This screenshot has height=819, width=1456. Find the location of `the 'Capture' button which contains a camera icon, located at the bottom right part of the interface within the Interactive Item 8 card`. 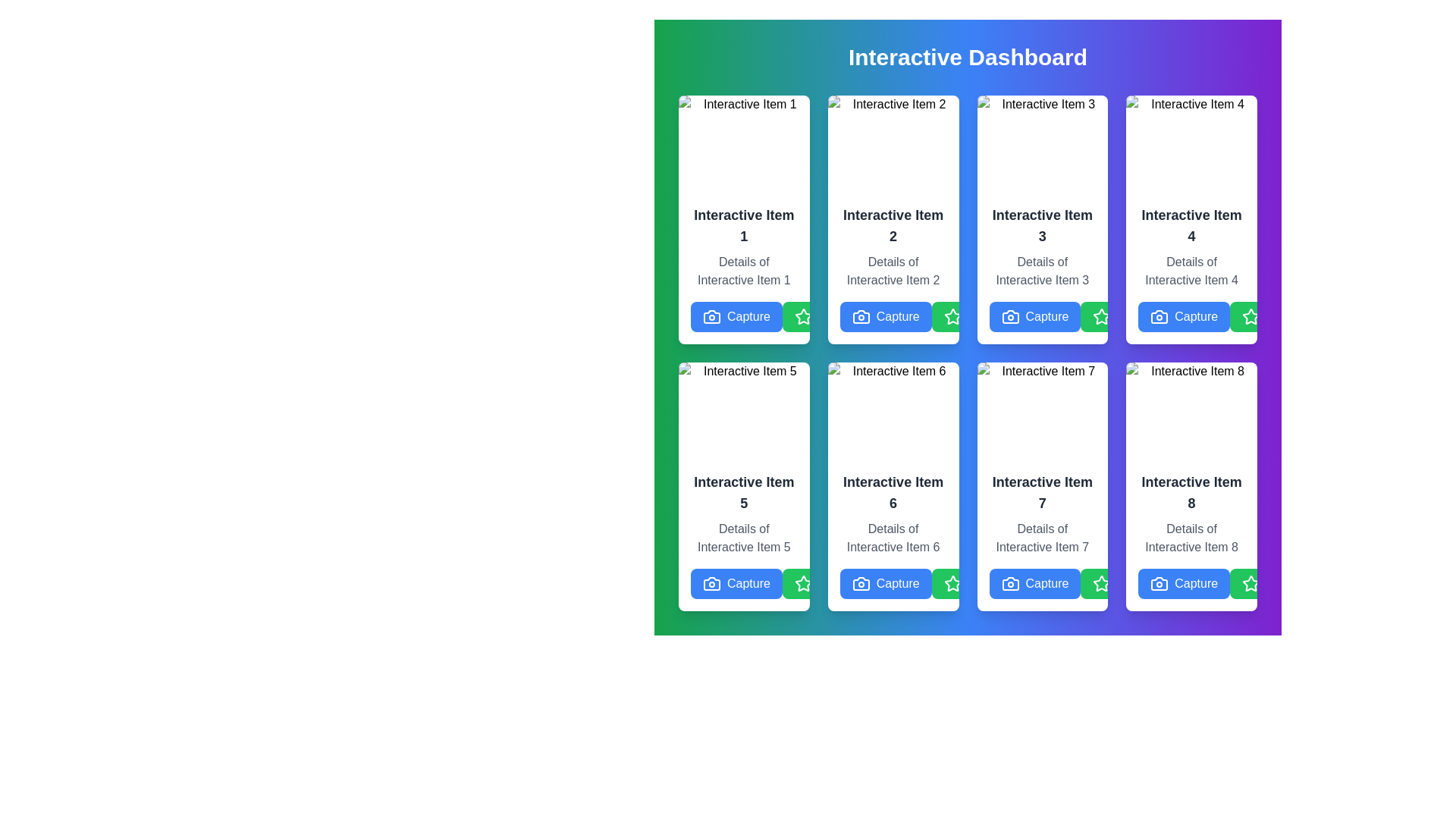

the 'Capture' button which contains a camera icon, located at the bottom right part of the interface within the Interactive Item 8 card is located at coordinates (1159, 583).